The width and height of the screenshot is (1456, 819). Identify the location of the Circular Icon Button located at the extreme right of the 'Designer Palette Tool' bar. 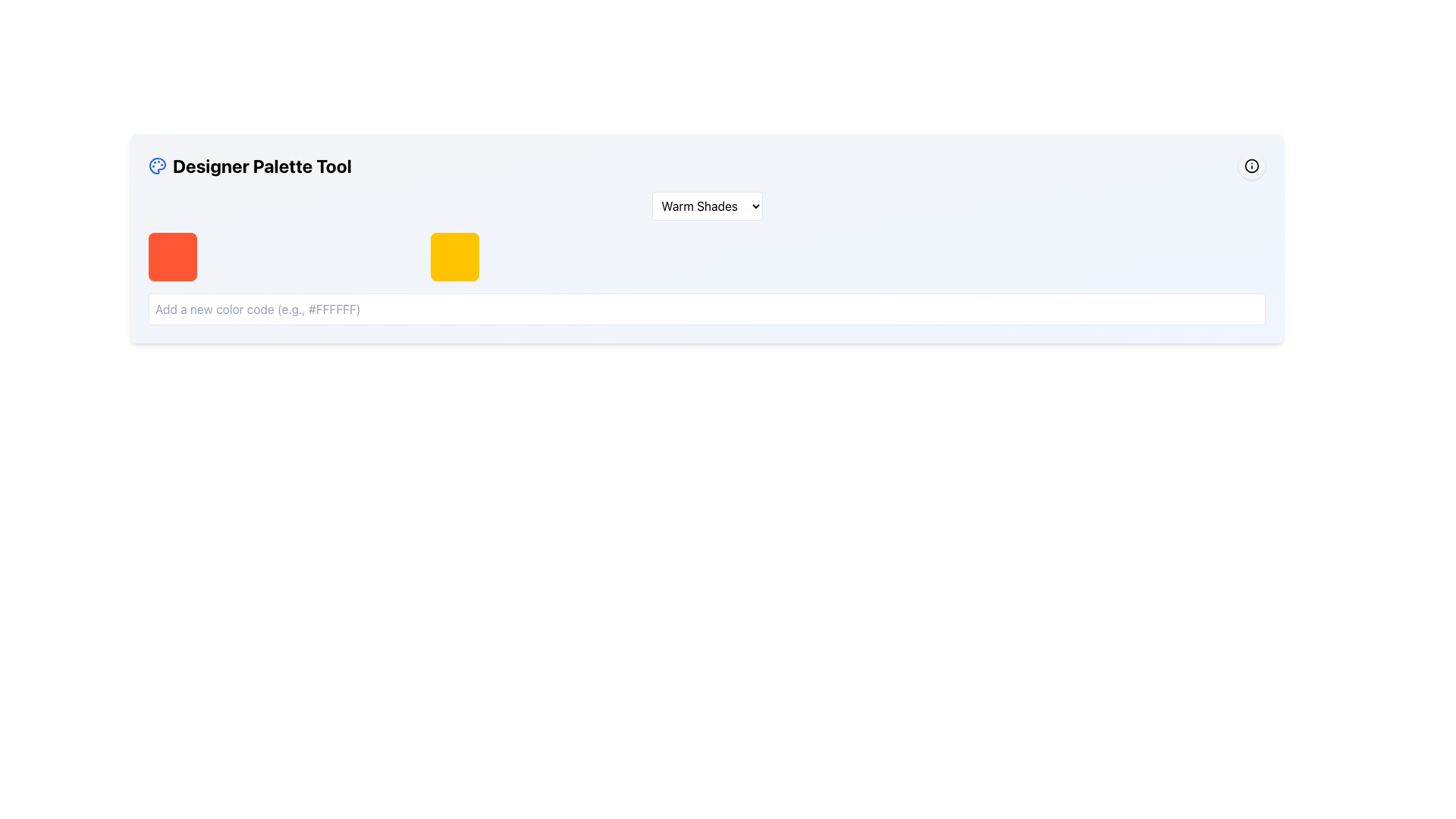
(1252, 166).